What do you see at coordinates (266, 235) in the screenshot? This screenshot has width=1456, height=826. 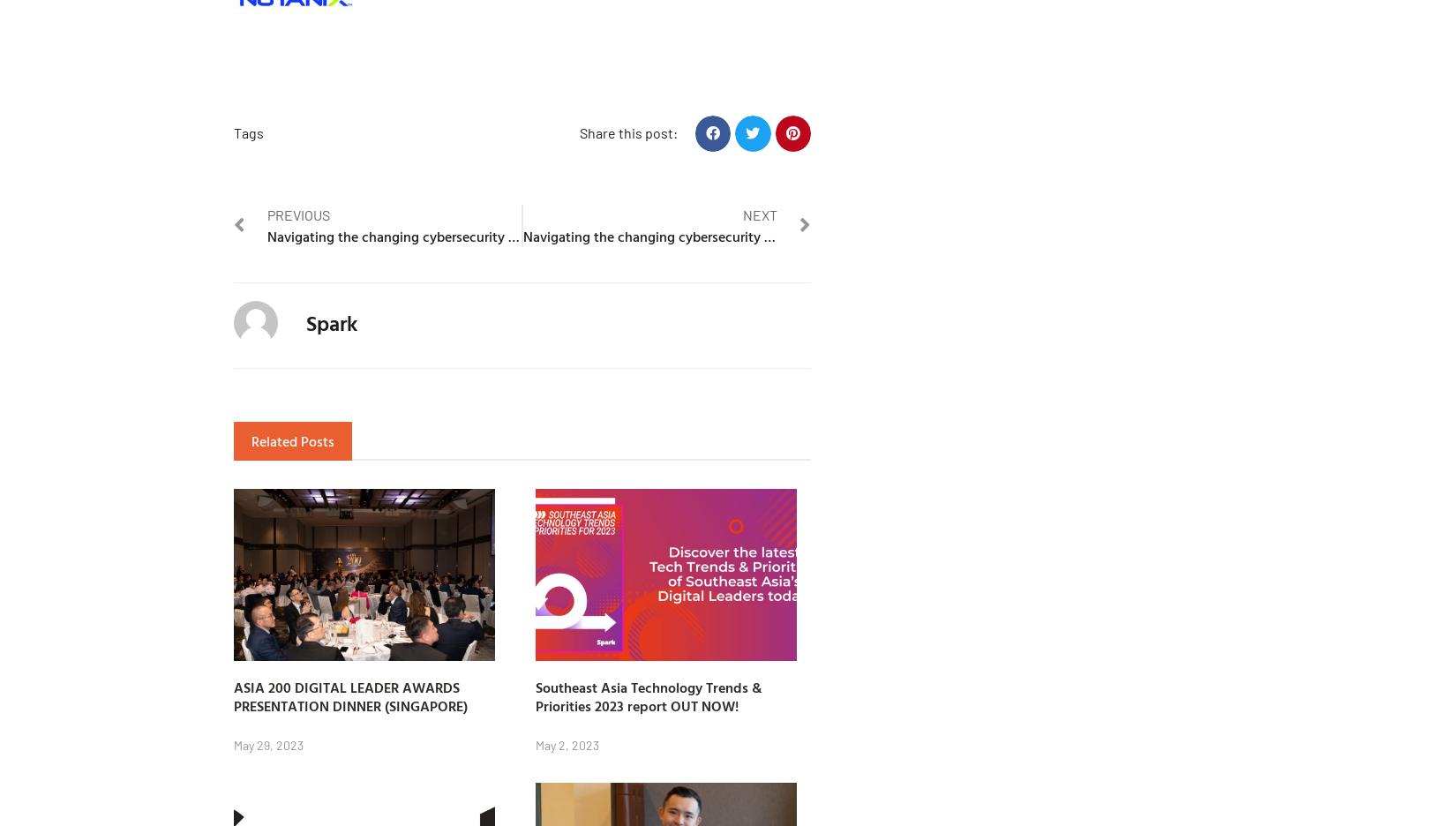 I see `'Navigating the changing cybersecurity threat landscape : Perspectives from IT leaders in Singapore'` at bounding box center [266, 235].